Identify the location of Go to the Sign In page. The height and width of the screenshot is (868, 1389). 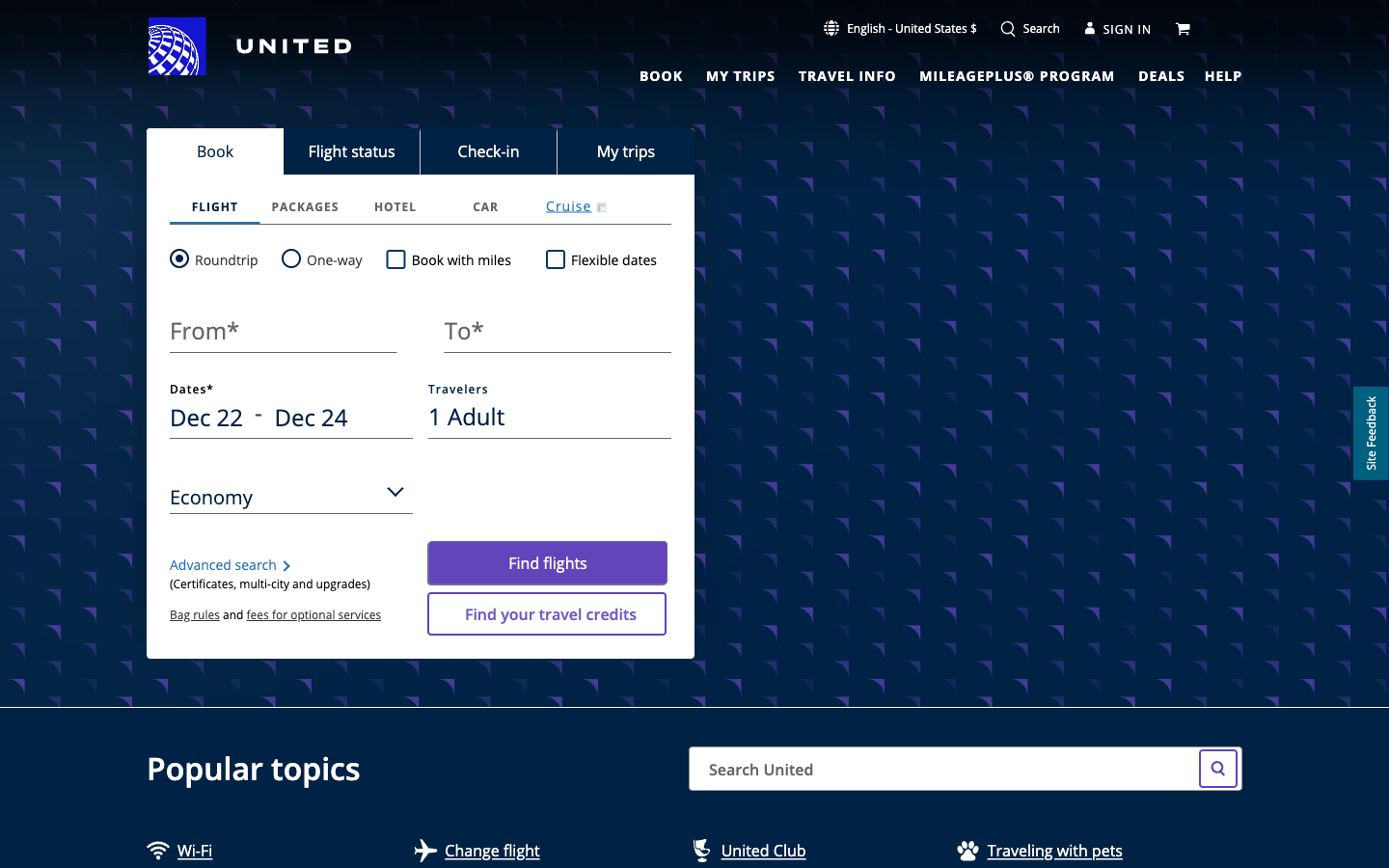
(1118, 27).